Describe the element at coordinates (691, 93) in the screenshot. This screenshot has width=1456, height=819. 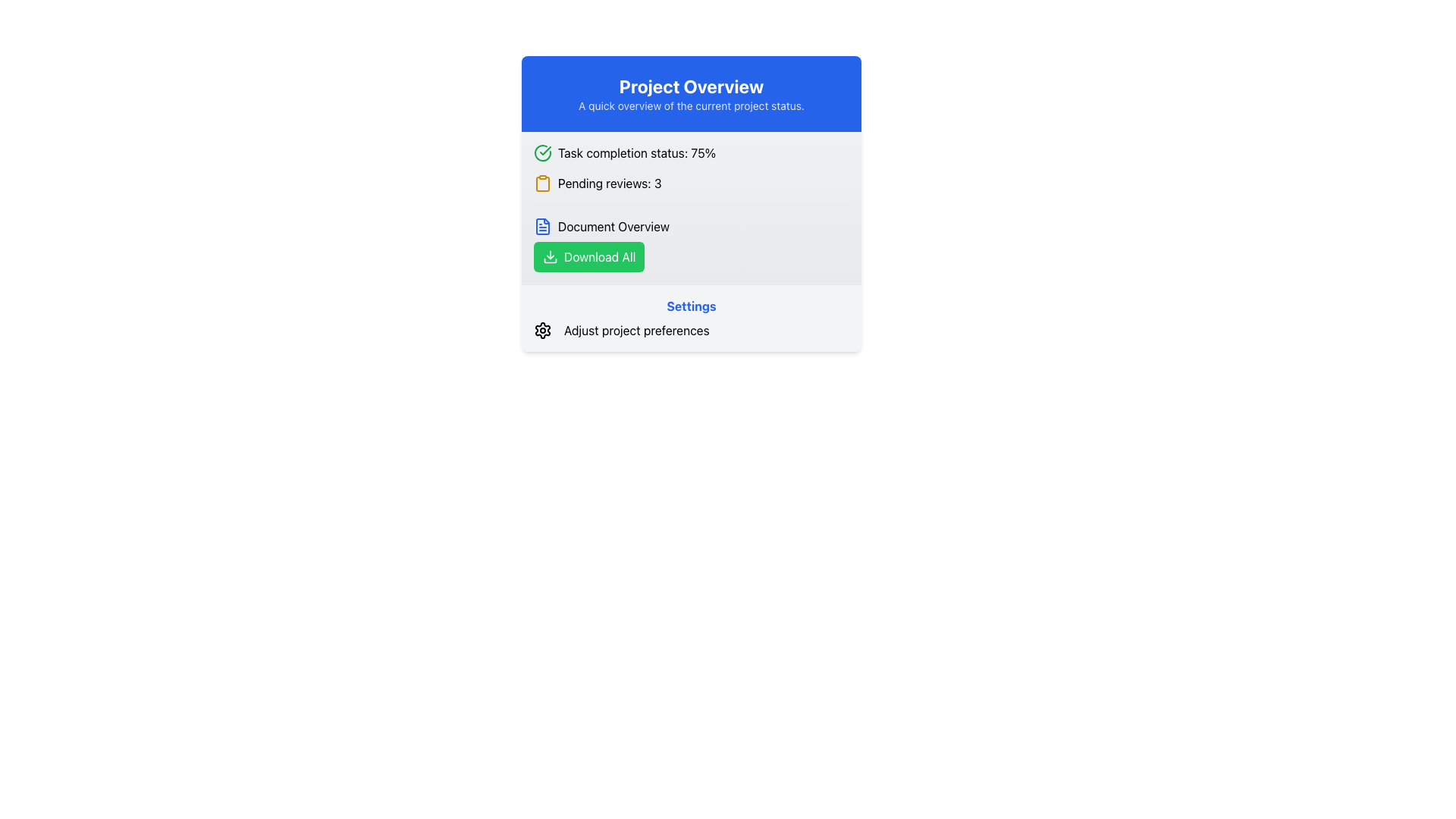
I see `the Header Section which has a vibrant blue background and bold white text saying 'Project Overview'` at that location.